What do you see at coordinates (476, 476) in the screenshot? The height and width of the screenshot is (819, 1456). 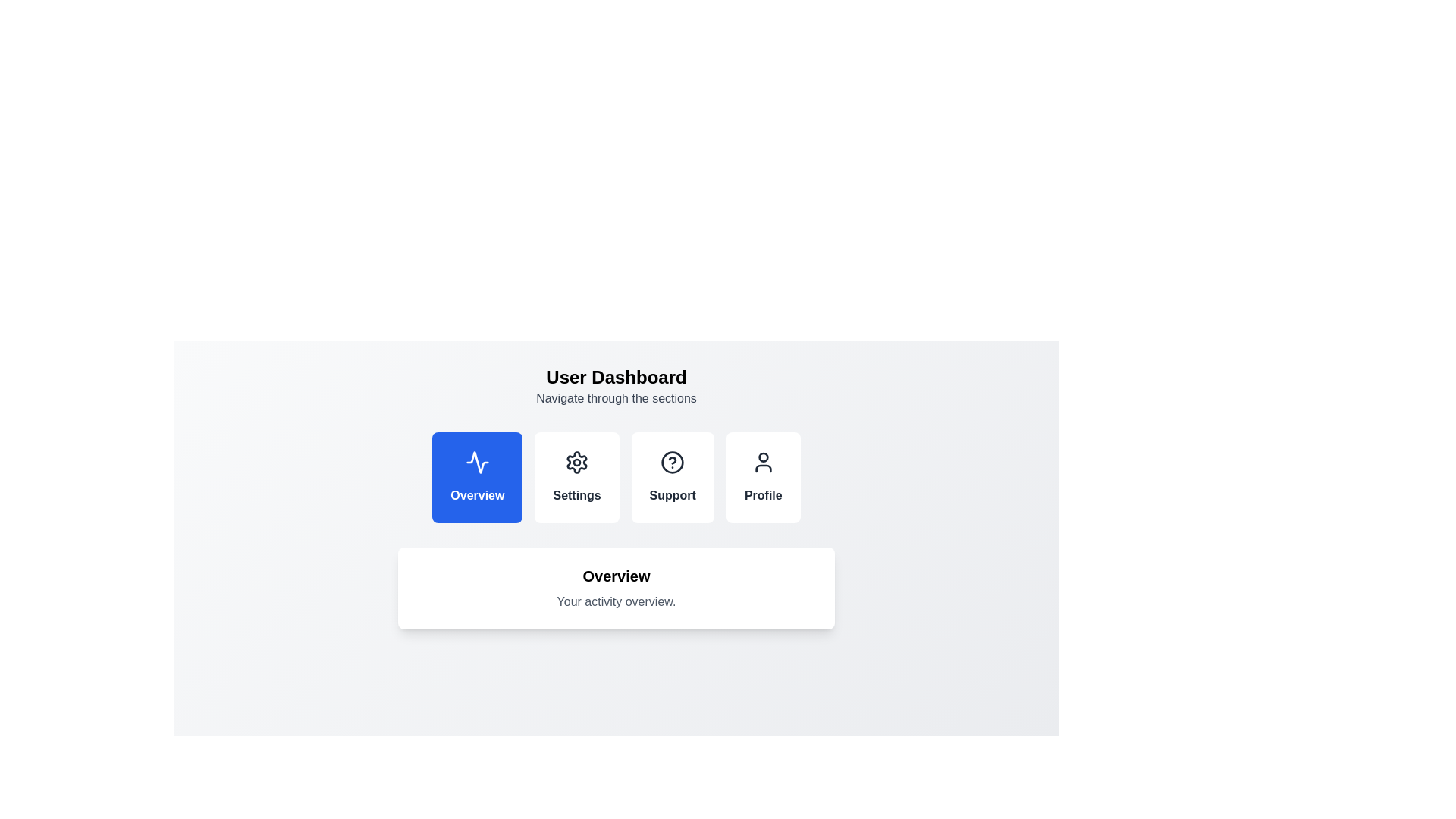 I see `the navigation button labeled 'Overview' located beneath the 'User Dashboard' heading` at bounding box center [476, 476].